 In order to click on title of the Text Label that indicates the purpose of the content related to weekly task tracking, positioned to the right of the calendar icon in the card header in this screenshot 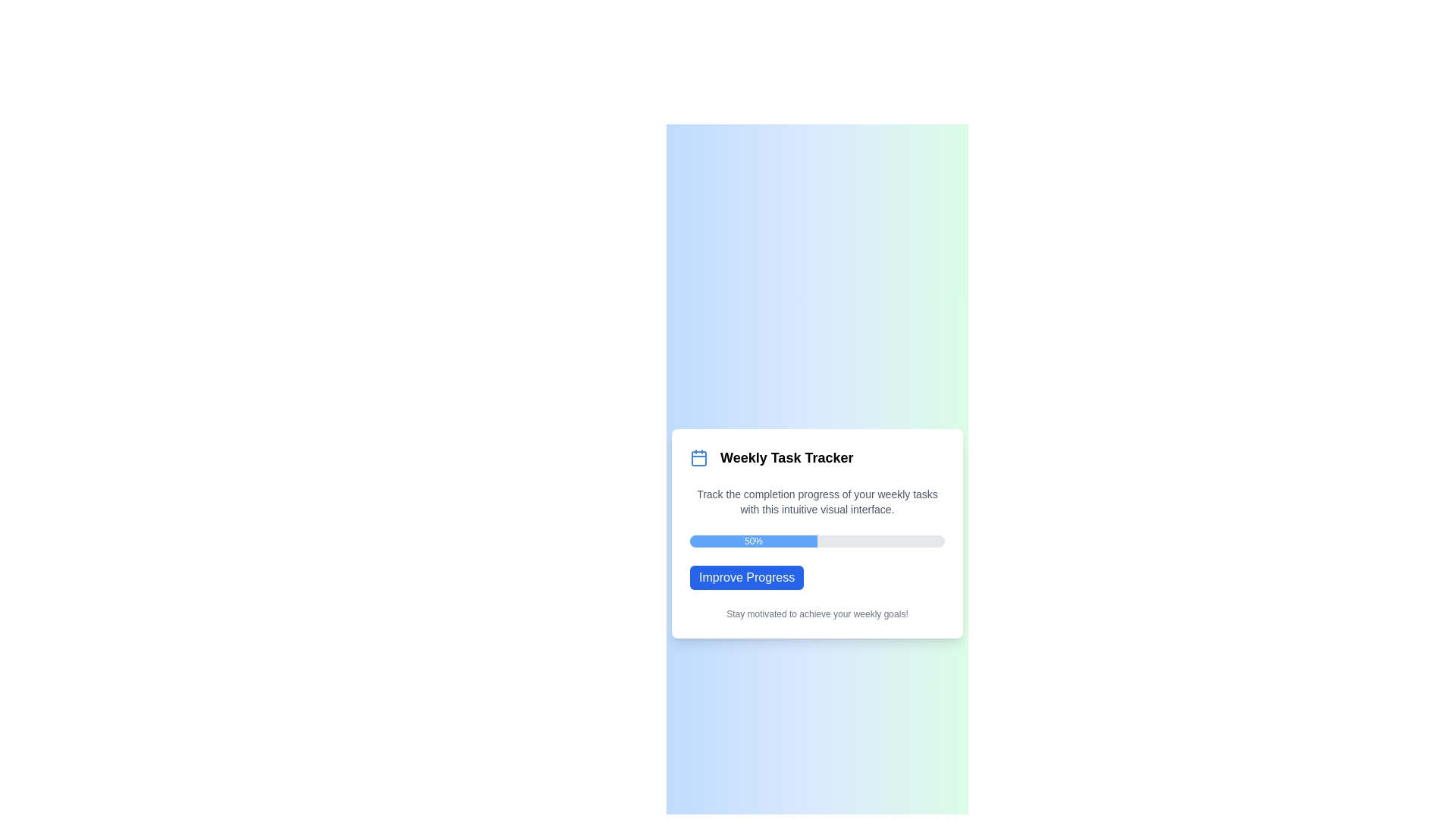, I will do `click(786, 457)`.